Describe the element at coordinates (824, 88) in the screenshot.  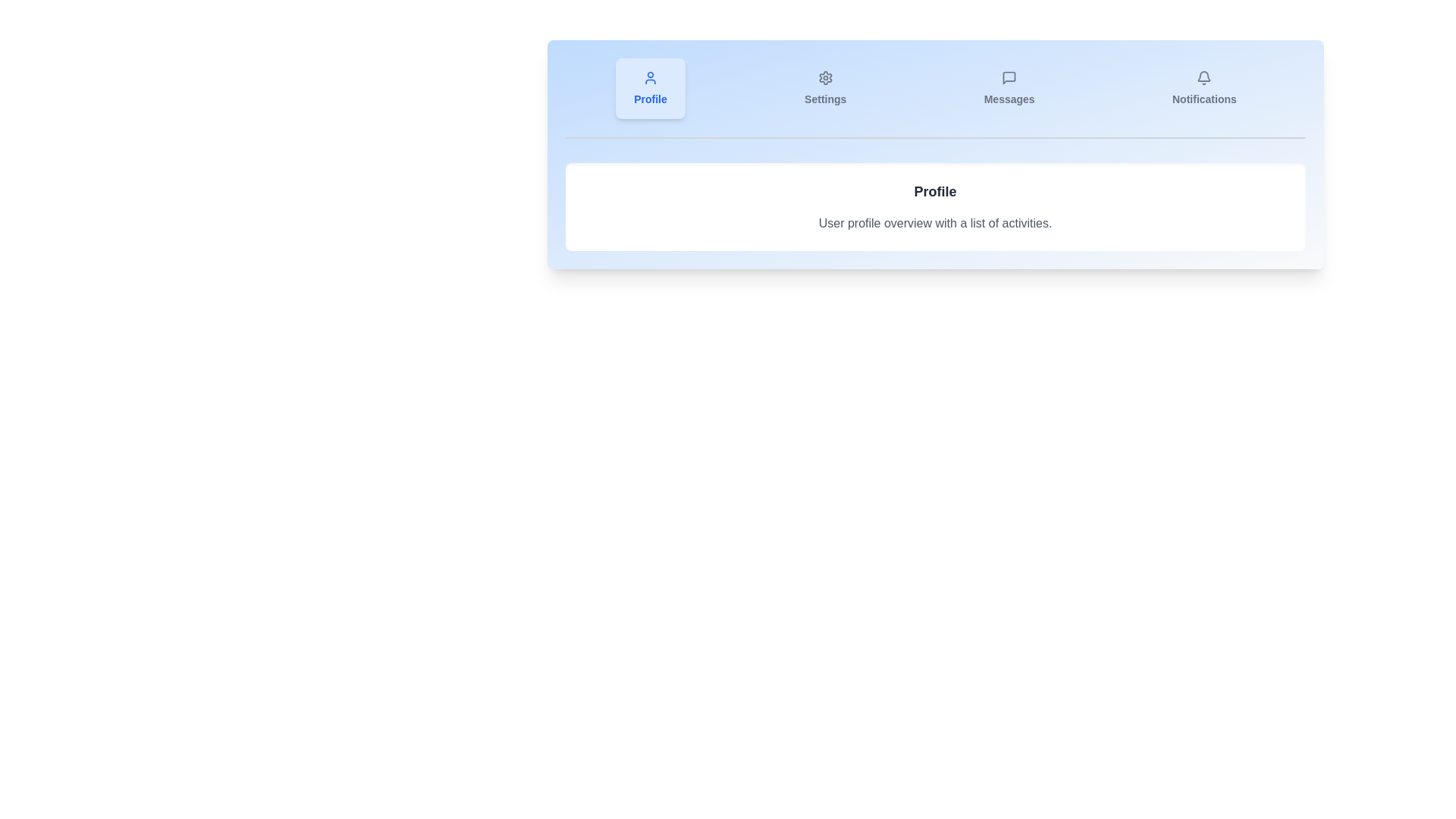
I see `the tab button labeled Settings to switch to the corresponding tab` at that location.